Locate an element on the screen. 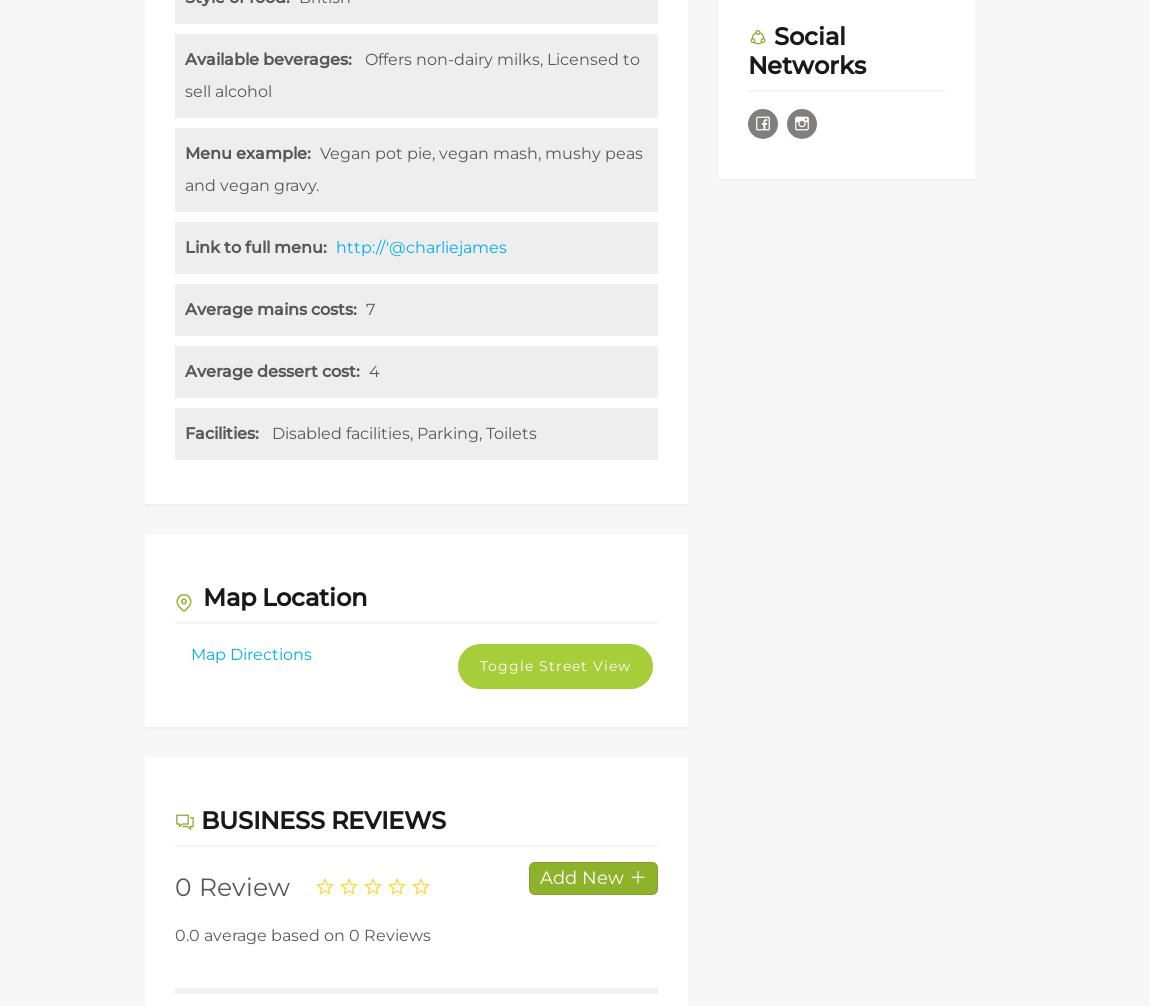  'Facilities:' is located at coordinates (184, 432).